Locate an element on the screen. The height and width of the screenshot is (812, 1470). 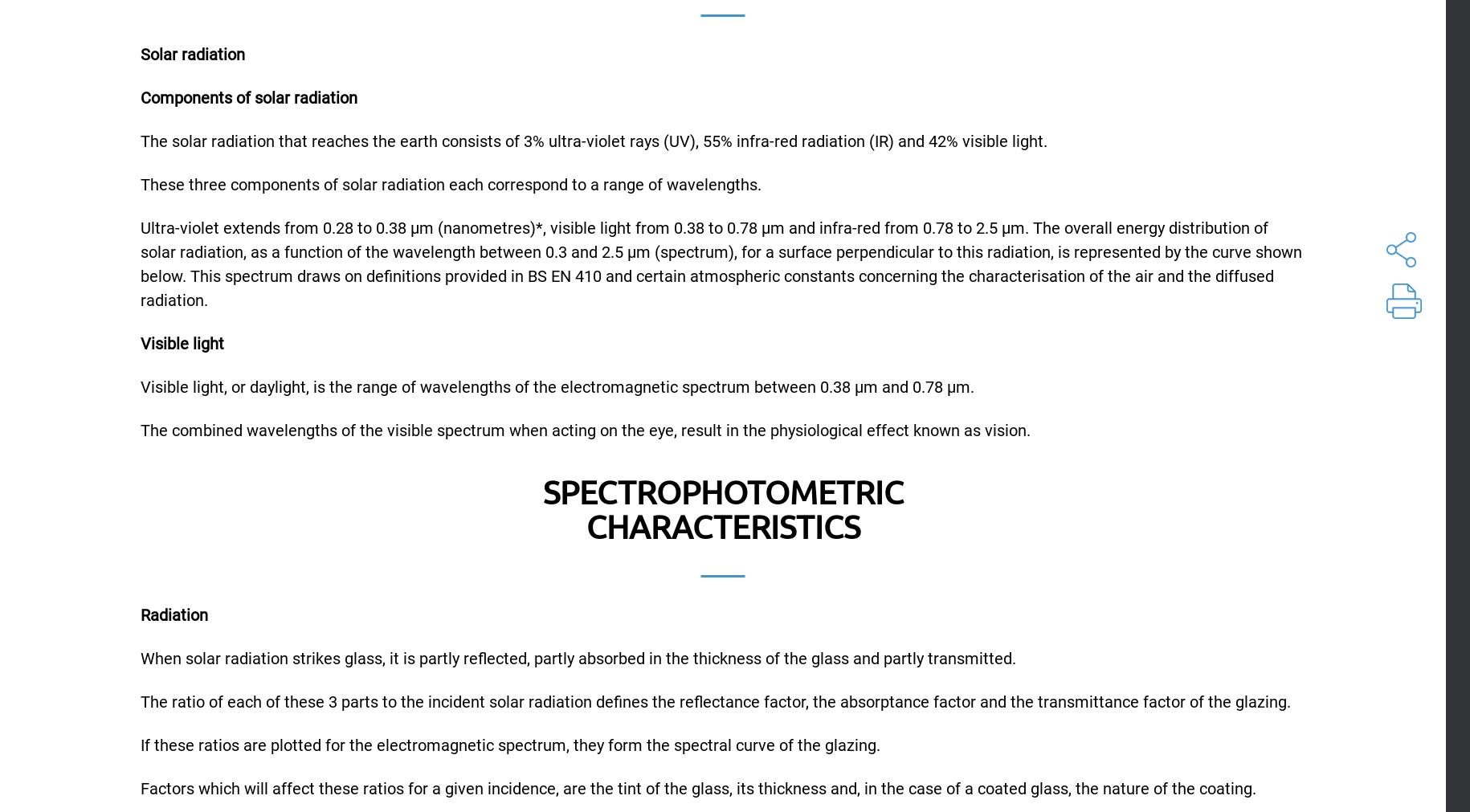
'Factors which will affect these ratios for a given incidence, are the tint of the glass, its thickness and, in the case of a coated glass, the nature of the coating.' is located at coordinates (698, 787).